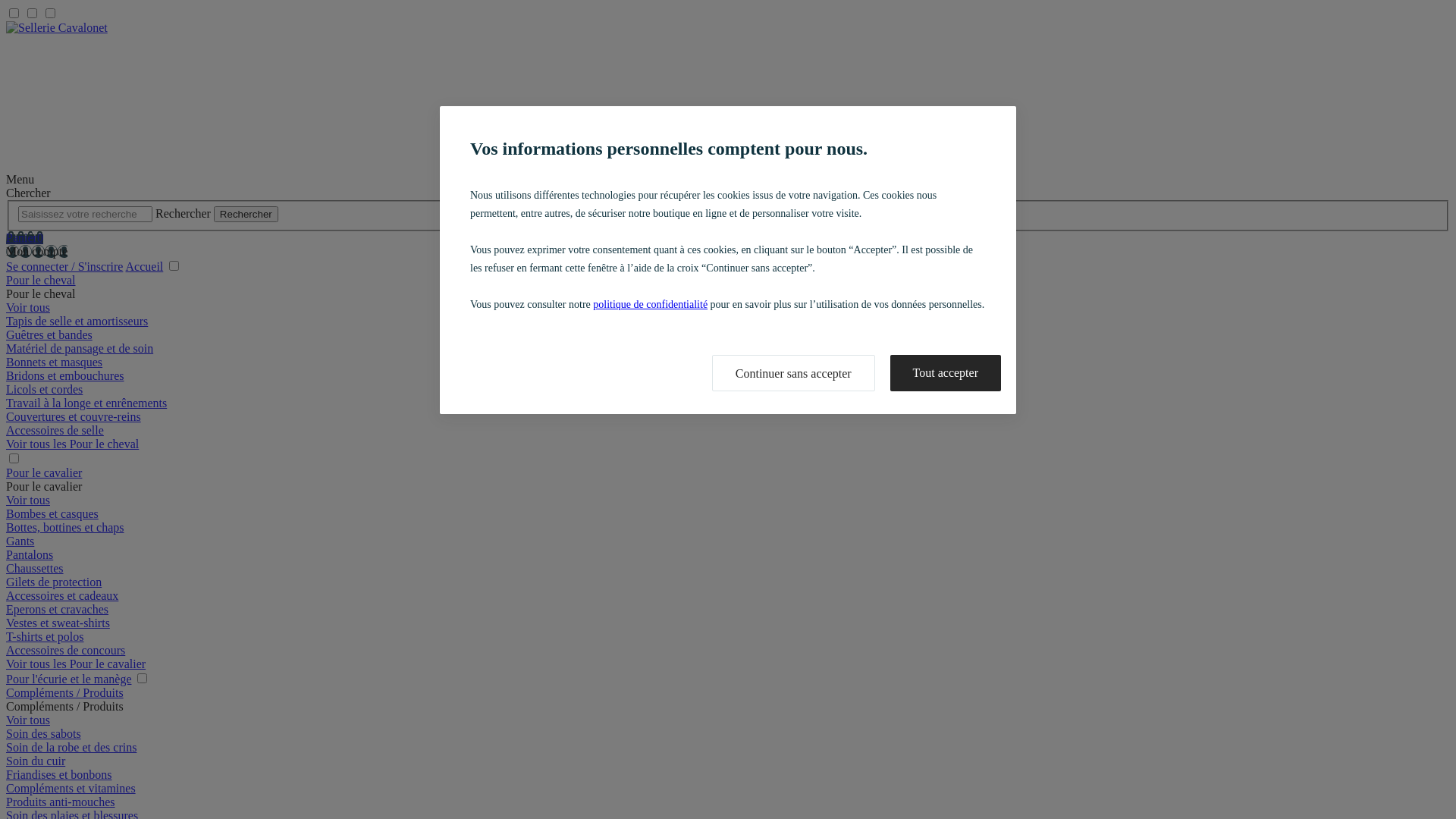 The image size is (1456, 819). I want to click on 'Se connecter / S'inscrire', so click(64, 265).